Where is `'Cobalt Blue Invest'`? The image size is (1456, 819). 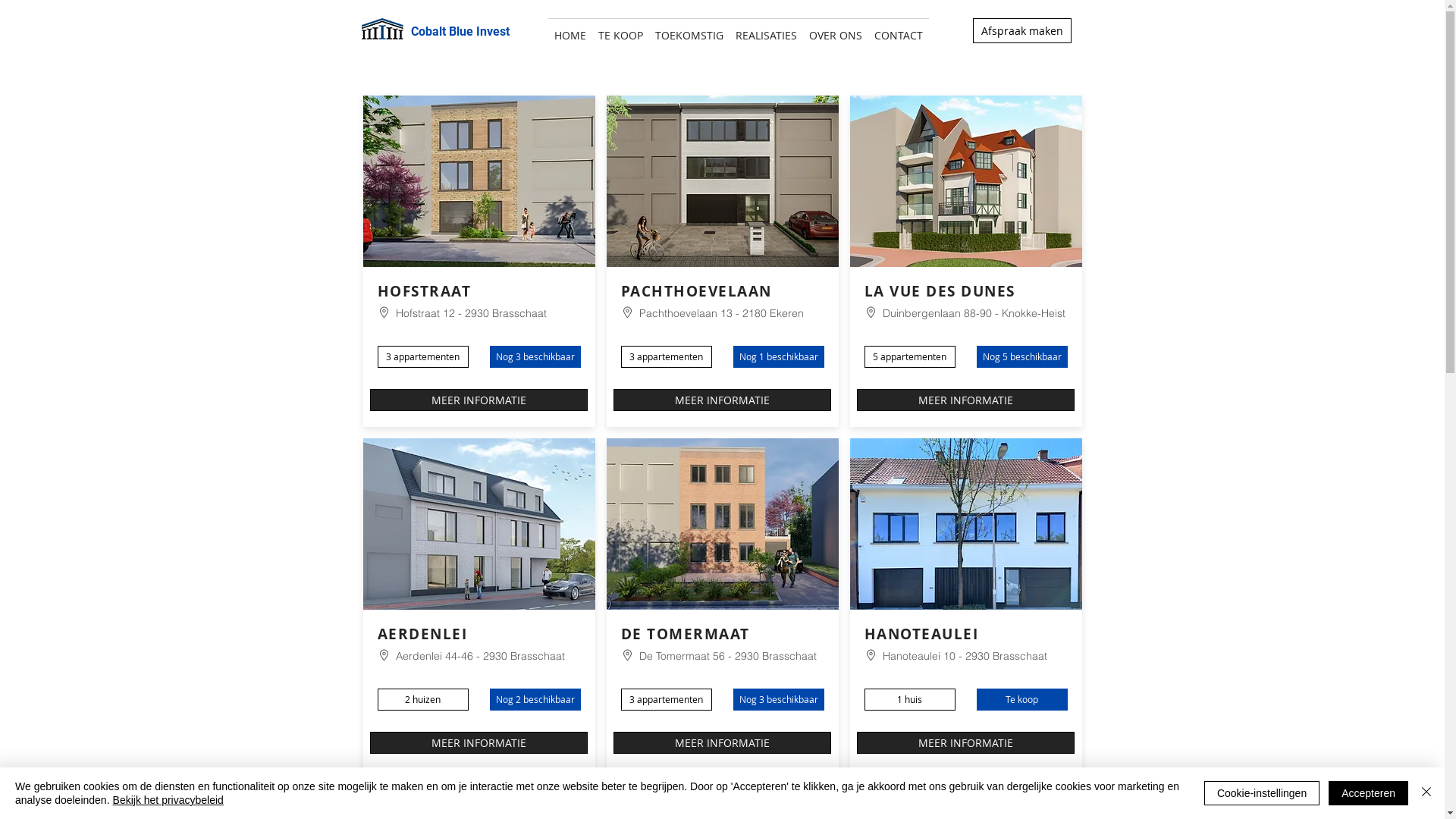 'Cobalt Blue Invest' is located at coordinates (459, 31).